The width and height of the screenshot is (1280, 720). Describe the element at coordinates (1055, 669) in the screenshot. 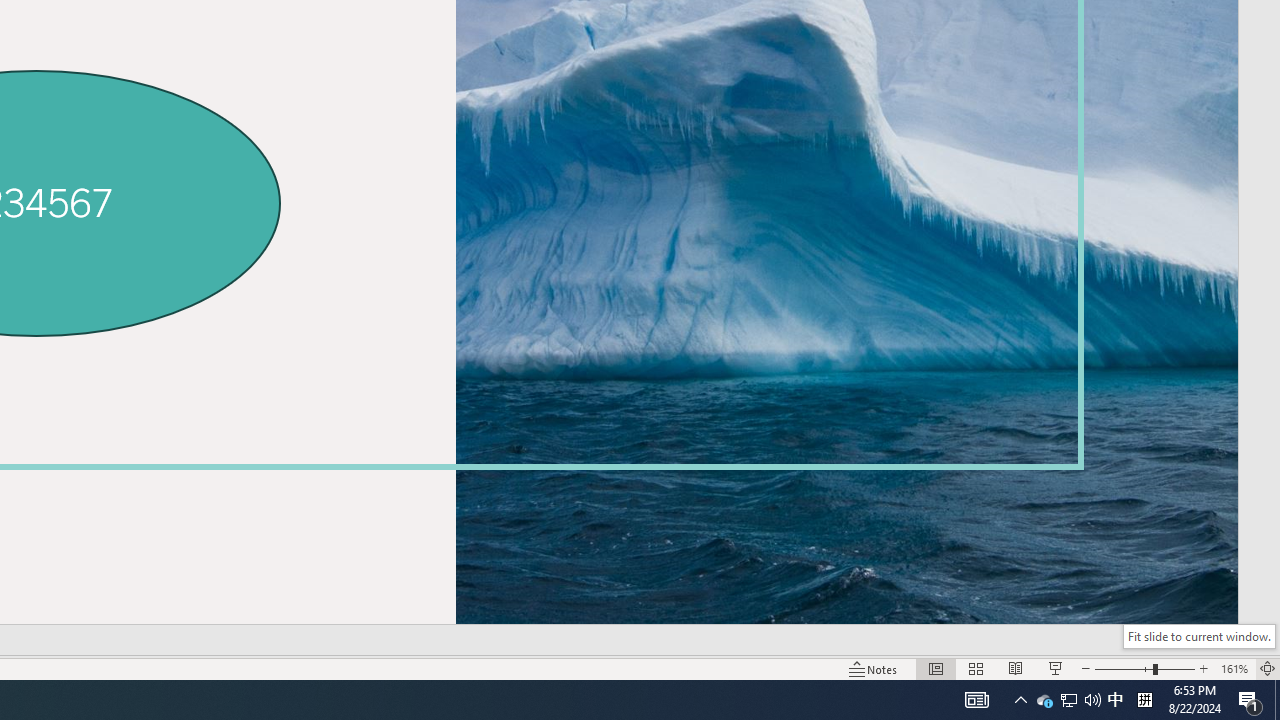

I see `'Slide Show'` at that location.